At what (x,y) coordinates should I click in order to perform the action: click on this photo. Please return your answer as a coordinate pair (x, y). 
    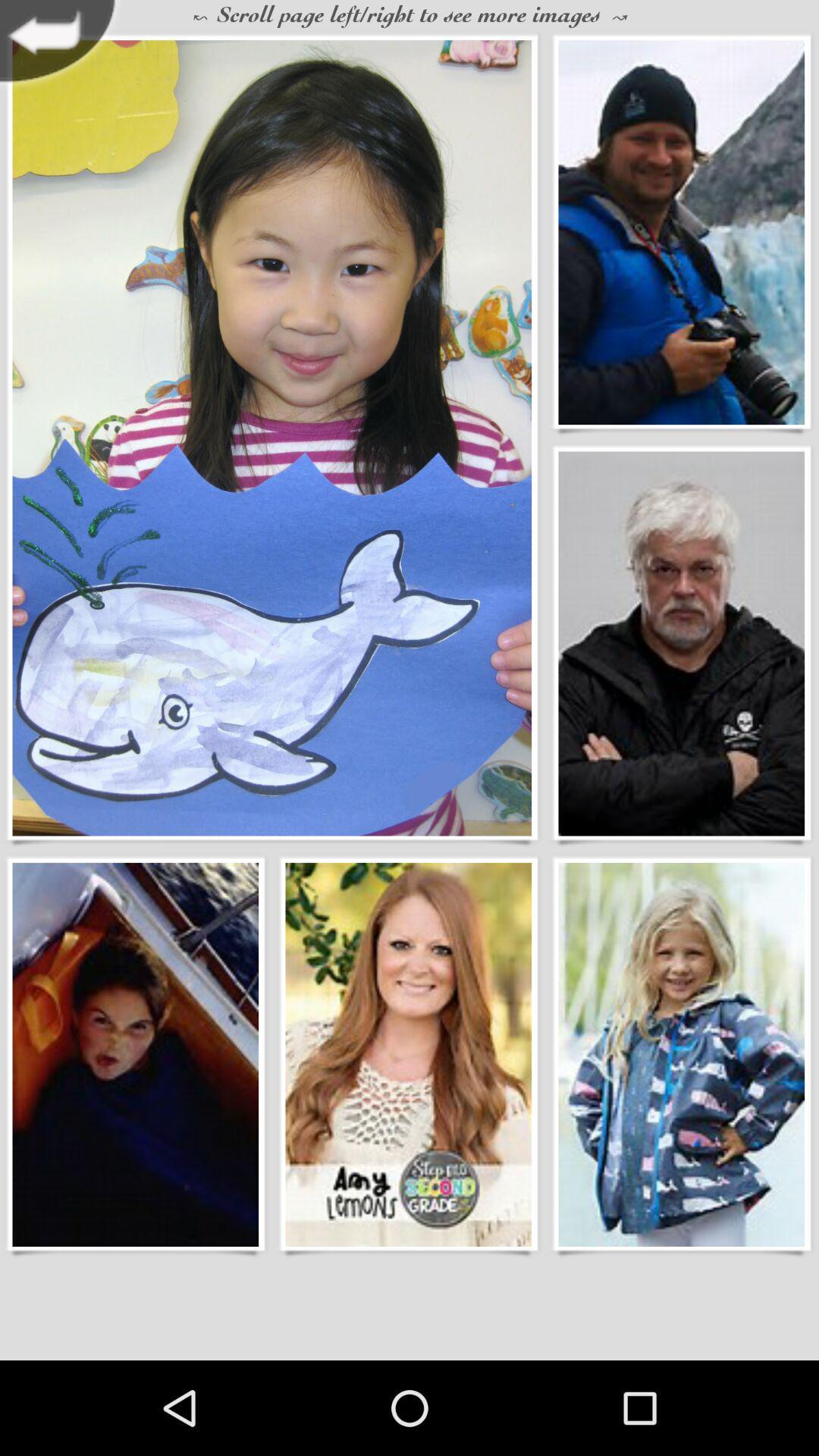
    Looking at the image, I should click on (680, 644).